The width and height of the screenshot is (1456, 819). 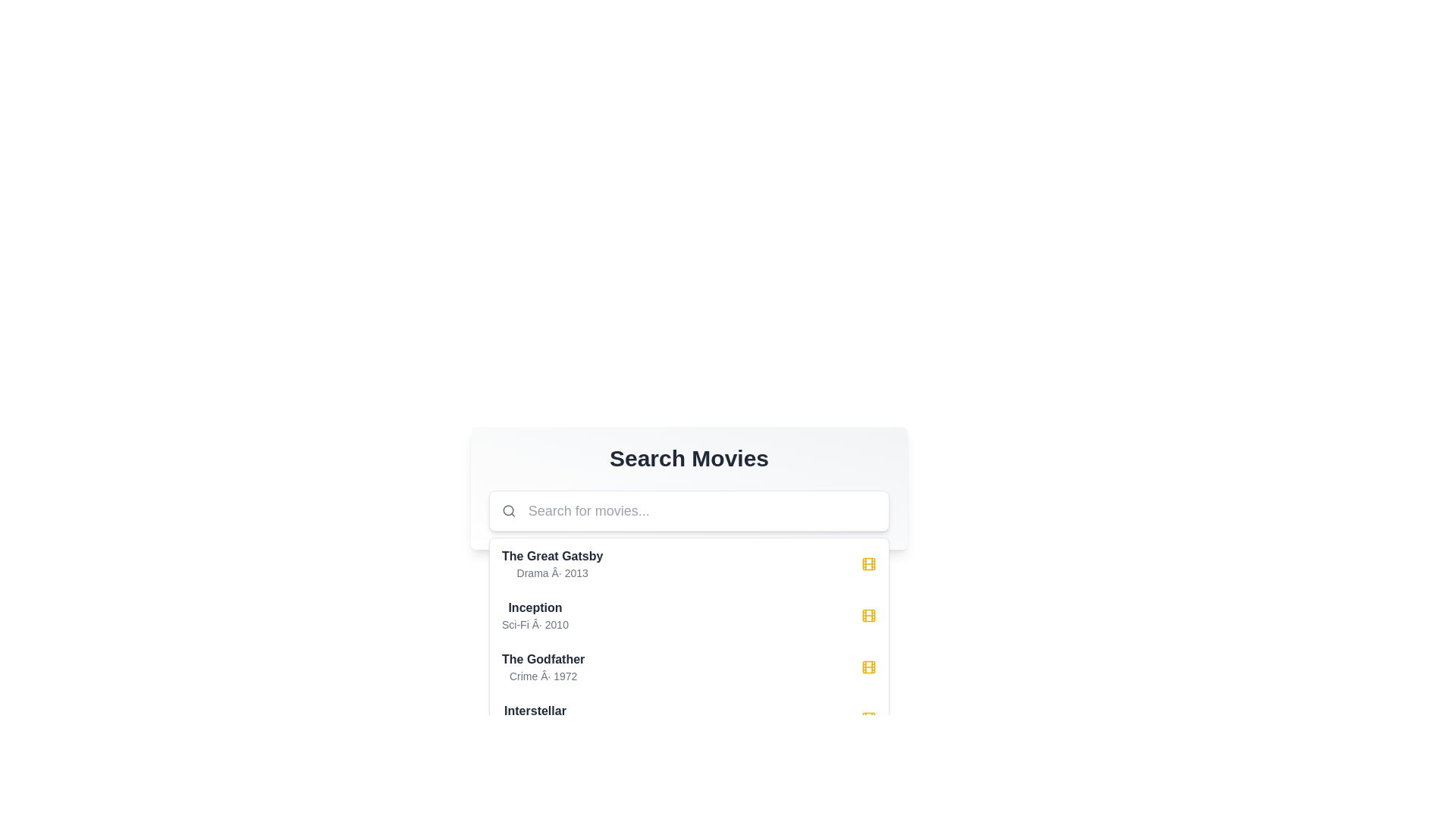 What do you see at coordinates (869, 616) in the screenshot?
I see `the small yellow film reel icon located at the far-right end of the movie listing row for 'Inception' (Sci-Fi · 2010)` at bounding box center [869, 616].